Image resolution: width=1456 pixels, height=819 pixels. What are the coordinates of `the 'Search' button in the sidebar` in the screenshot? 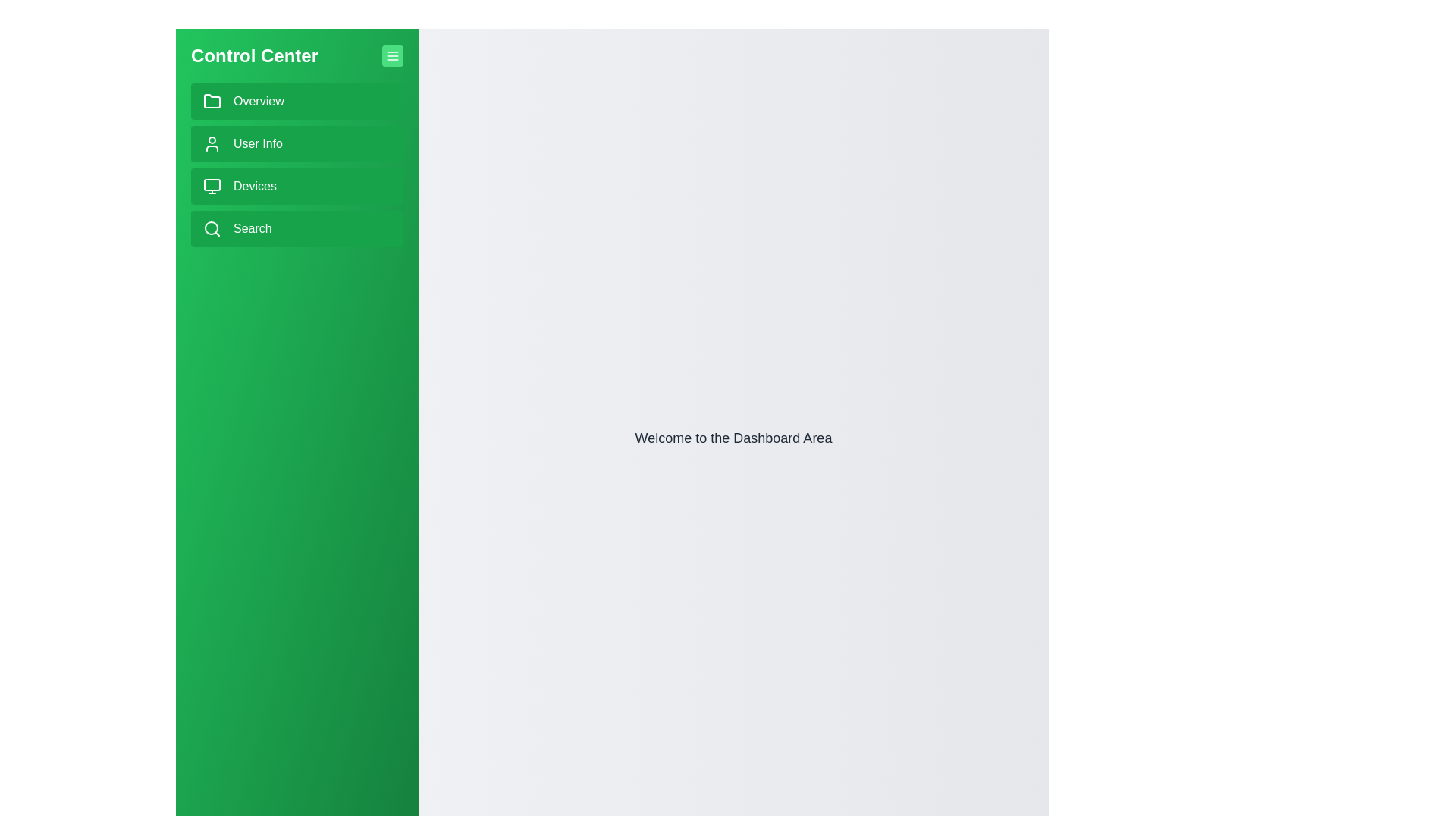 It's located at (297, 228).